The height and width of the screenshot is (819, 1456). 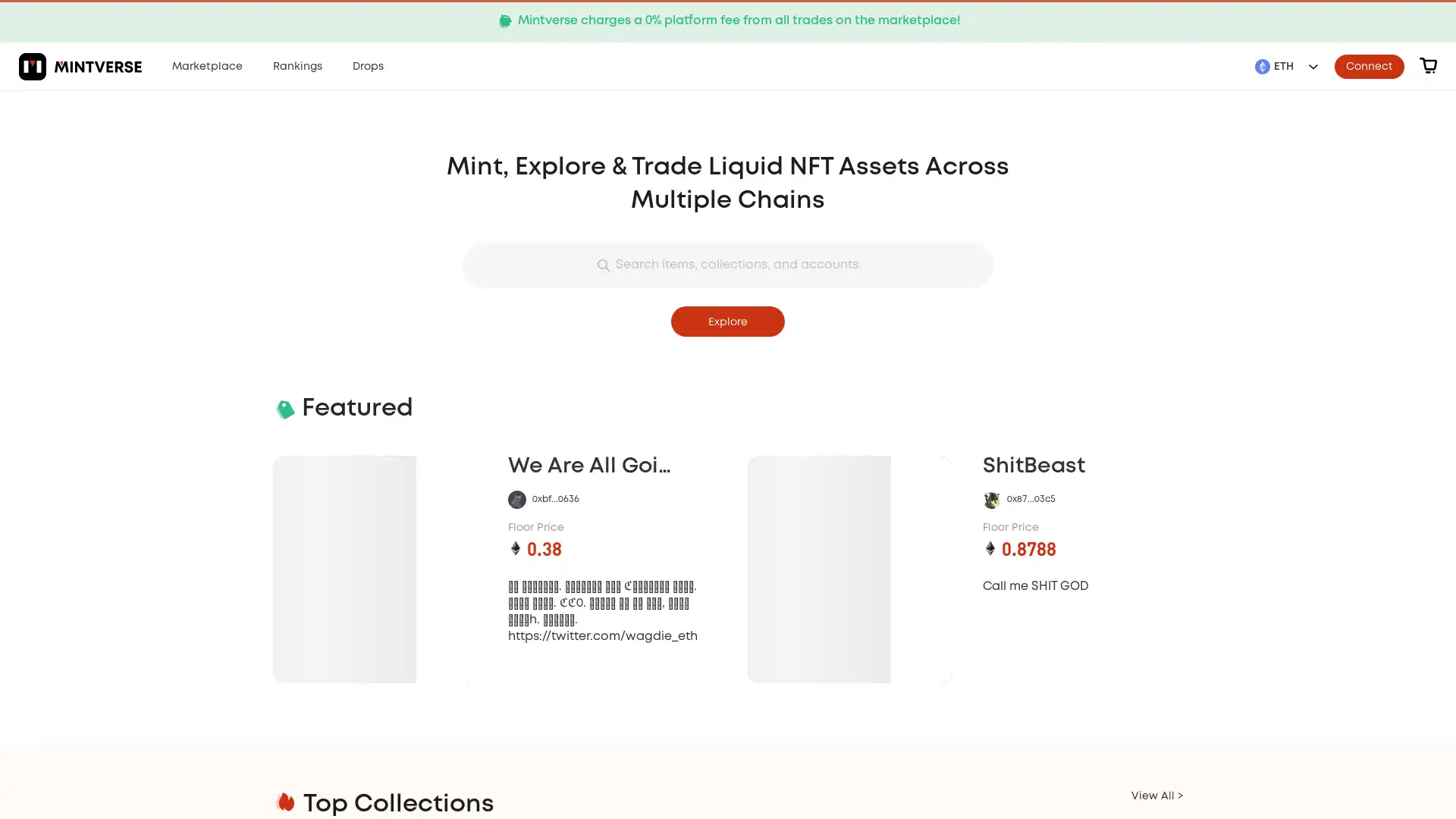 What do you see at coordinates (1369, 65) in the screenshot?
I see `Connect` at bounding box center [1369, 65].